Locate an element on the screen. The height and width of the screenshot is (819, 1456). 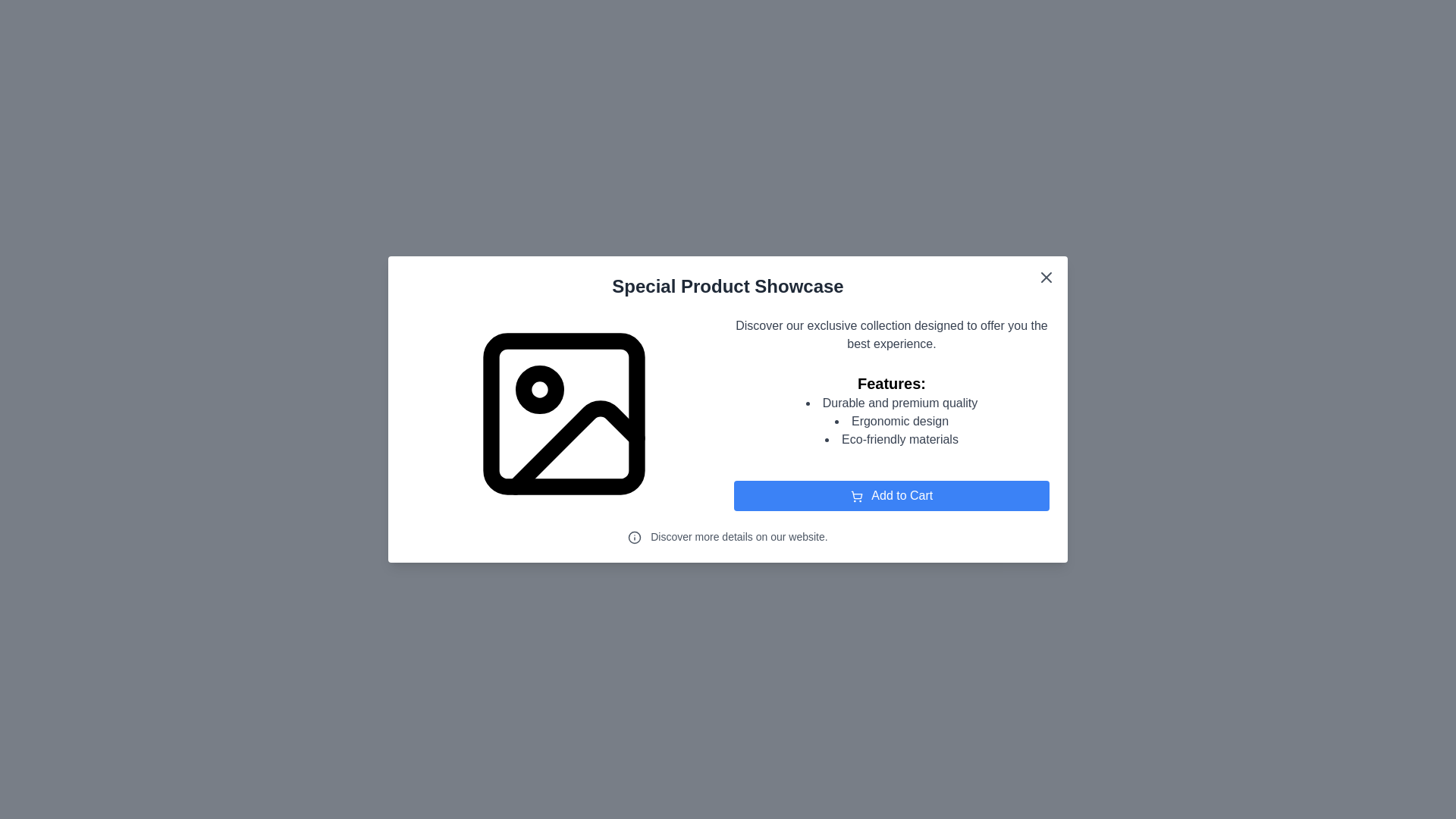
text contents of the Text block with a bulleted list titled 'Features:' located in the right half of the modal, centrally aligned vertically, below the description text and above the 'Add to Cart' button is located at coordinates (892, 409).